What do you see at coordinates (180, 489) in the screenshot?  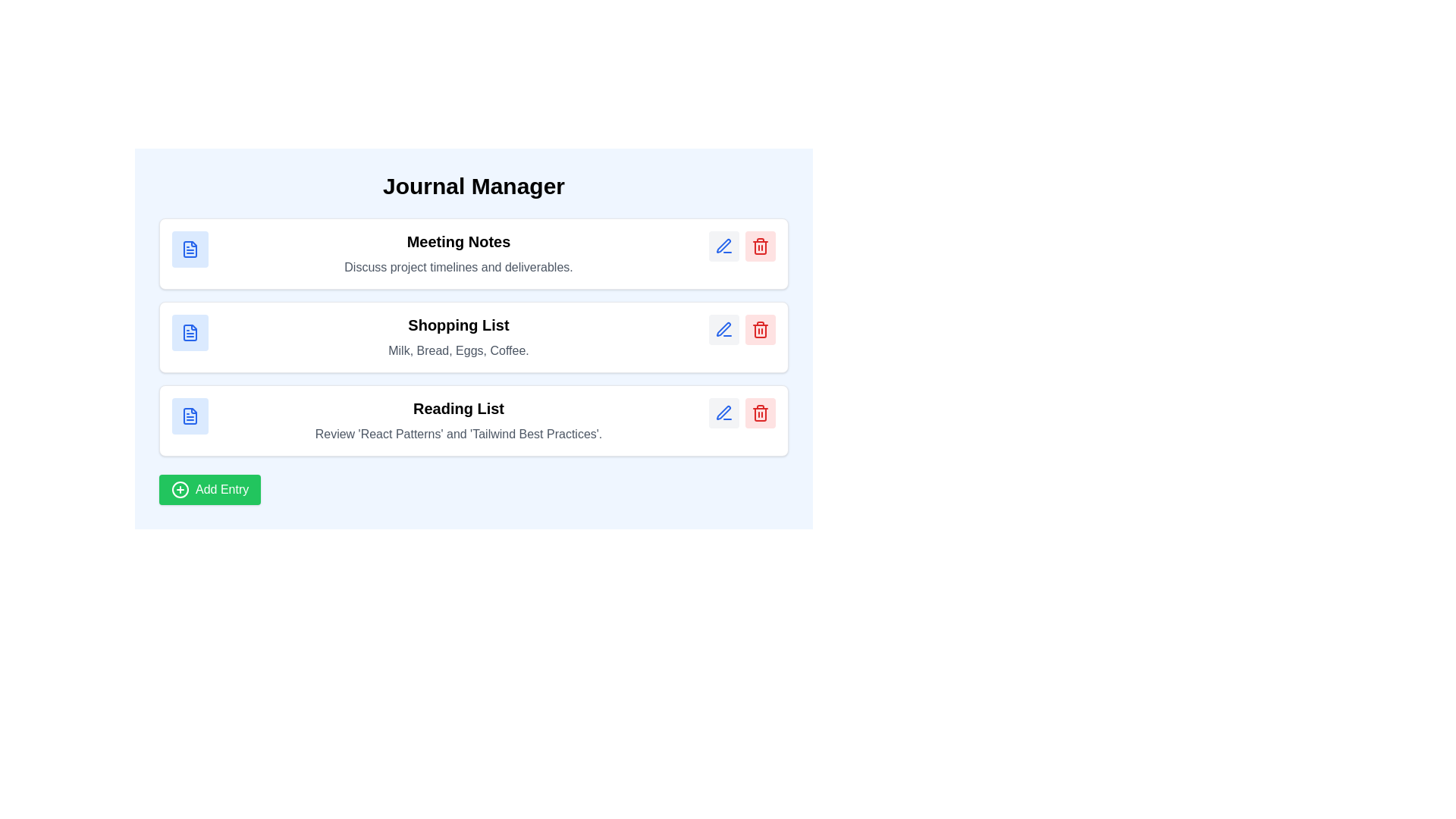 I see `the circular green icon with a white plus sign at its center, located within the bottom-left of the 'Add Entry' button` at bounding box center [180, 489].